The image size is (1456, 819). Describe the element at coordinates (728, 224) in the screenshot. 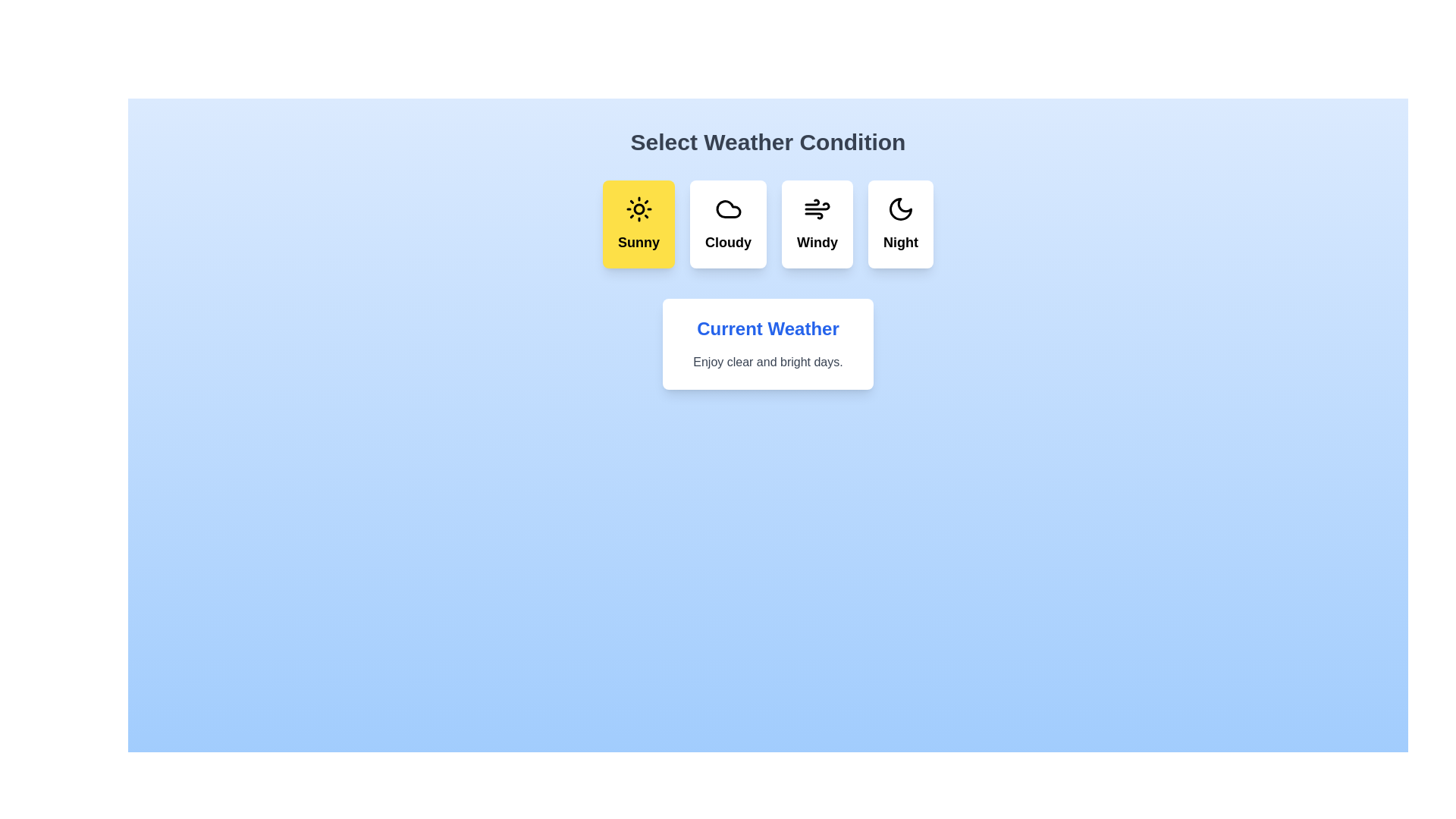

I see `the weather condition Cloudy by clicking its corresponding button` at that location.